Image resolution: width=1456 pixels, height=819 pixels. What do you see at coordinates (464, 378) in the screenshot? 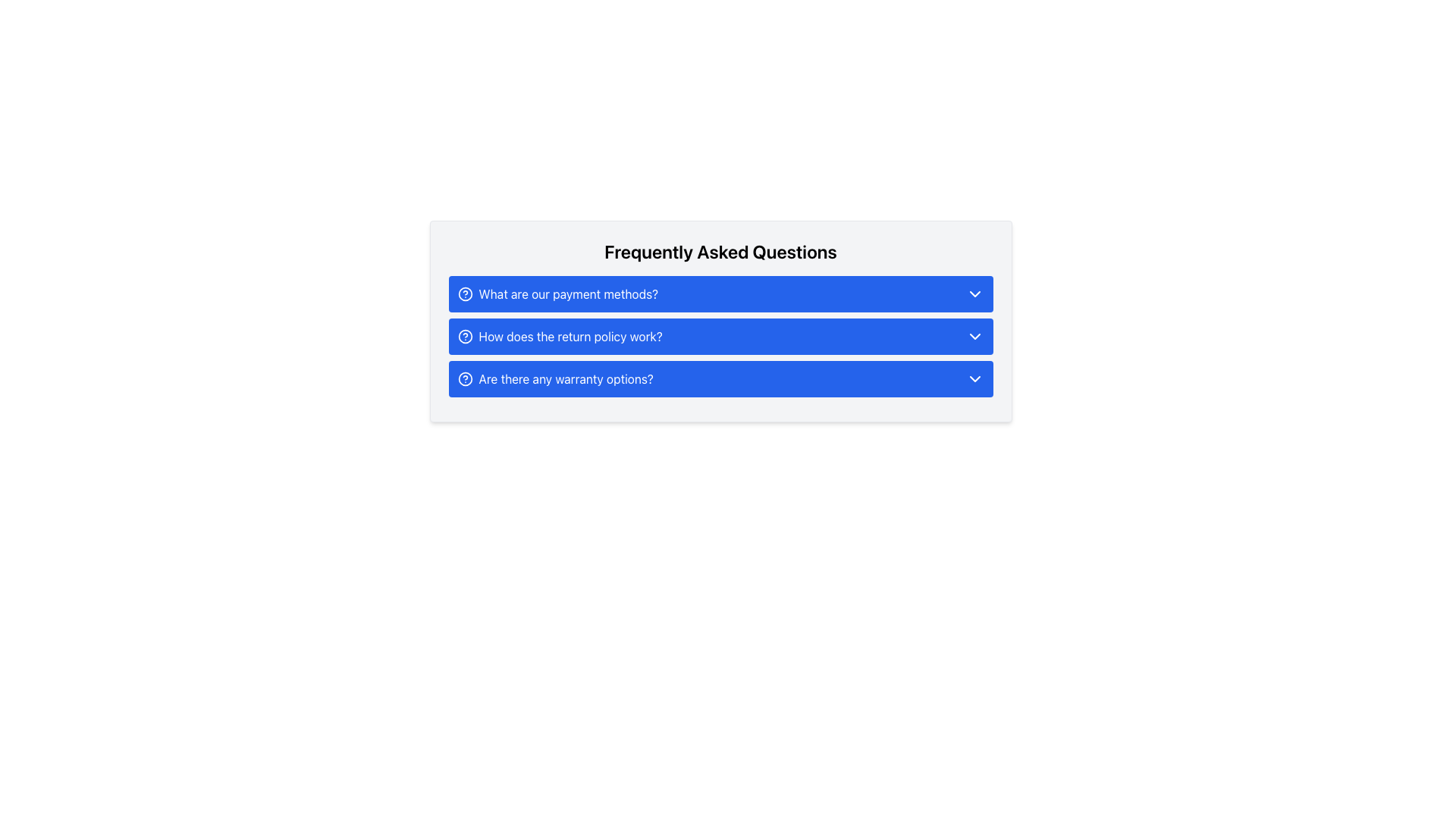
I see `the circular SVG shape located in the center of the third FAQ query icon, positioned between the second FAQ item and any additional items` at bounding box center [464, 378].